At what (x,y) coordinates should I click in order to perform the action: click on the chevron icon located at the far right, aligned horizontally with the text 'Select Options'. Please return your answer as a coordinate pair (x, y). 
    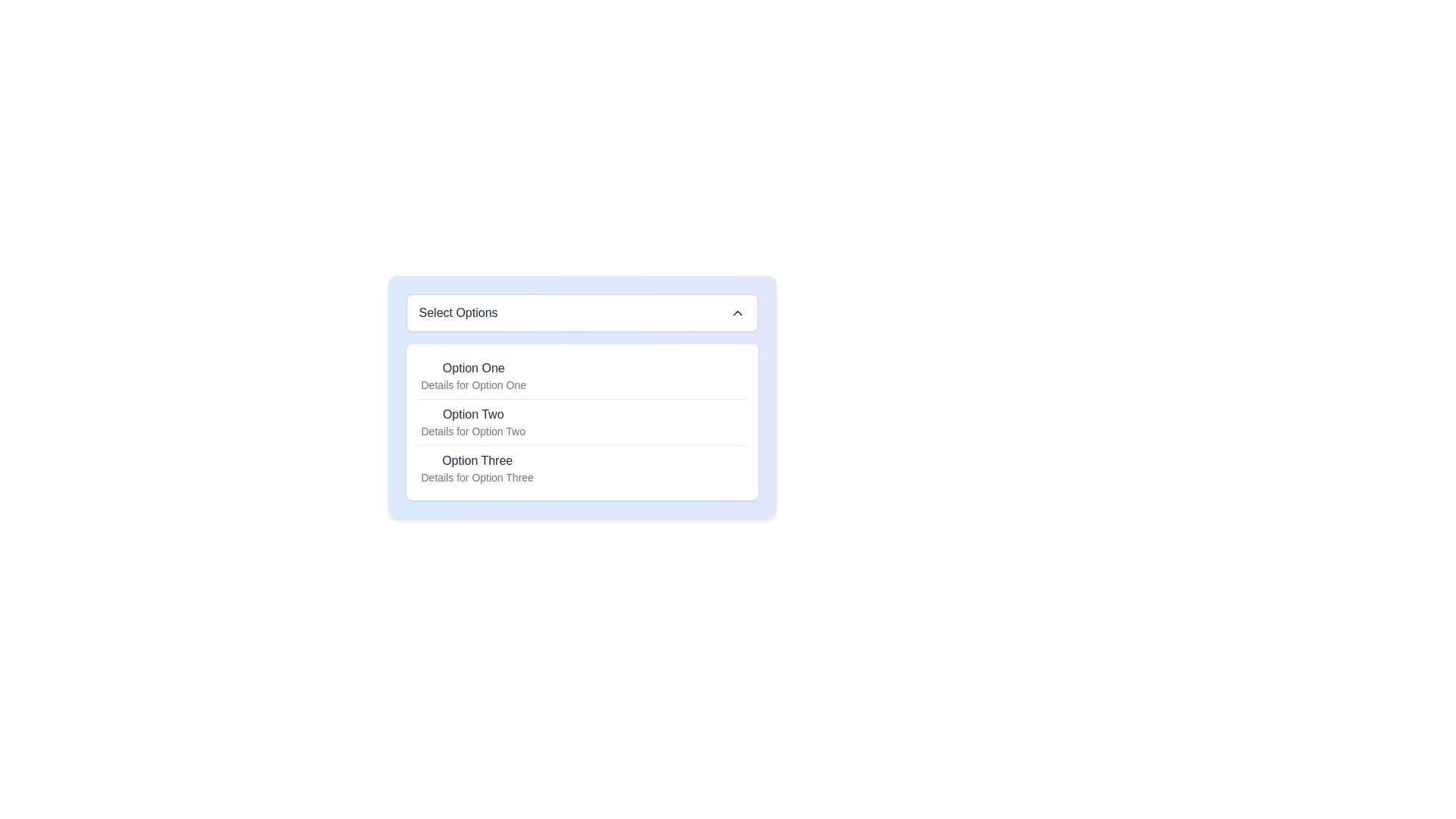
    Looking at the image, I should click on (737, 312).